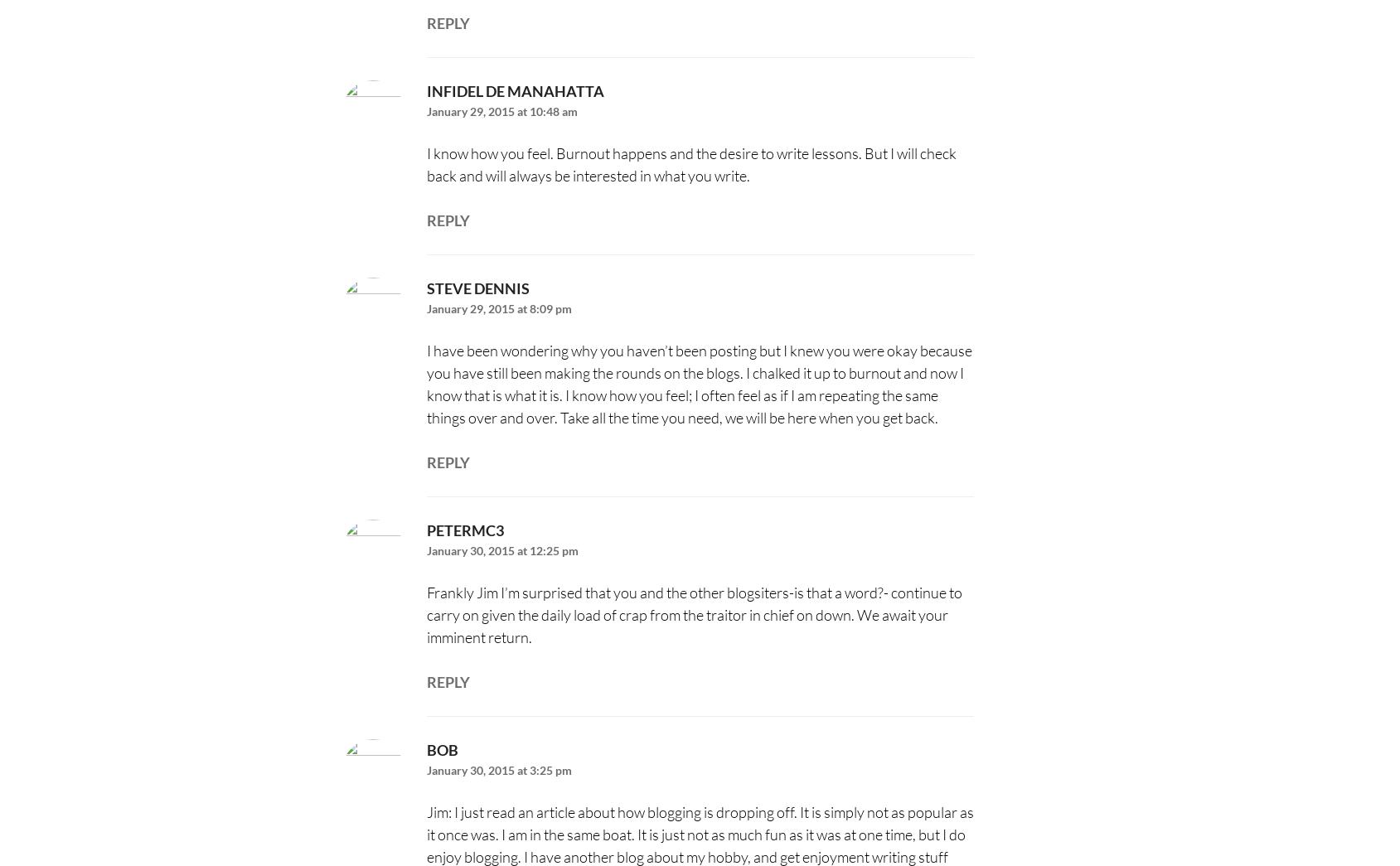 The width and height of the screenshot is (1400, 866). I want to click on 'I know how you feel.  Burnout happens and the desire to write lessons.  But I will check back and will always be interested in what you write.', so click(425, 164).